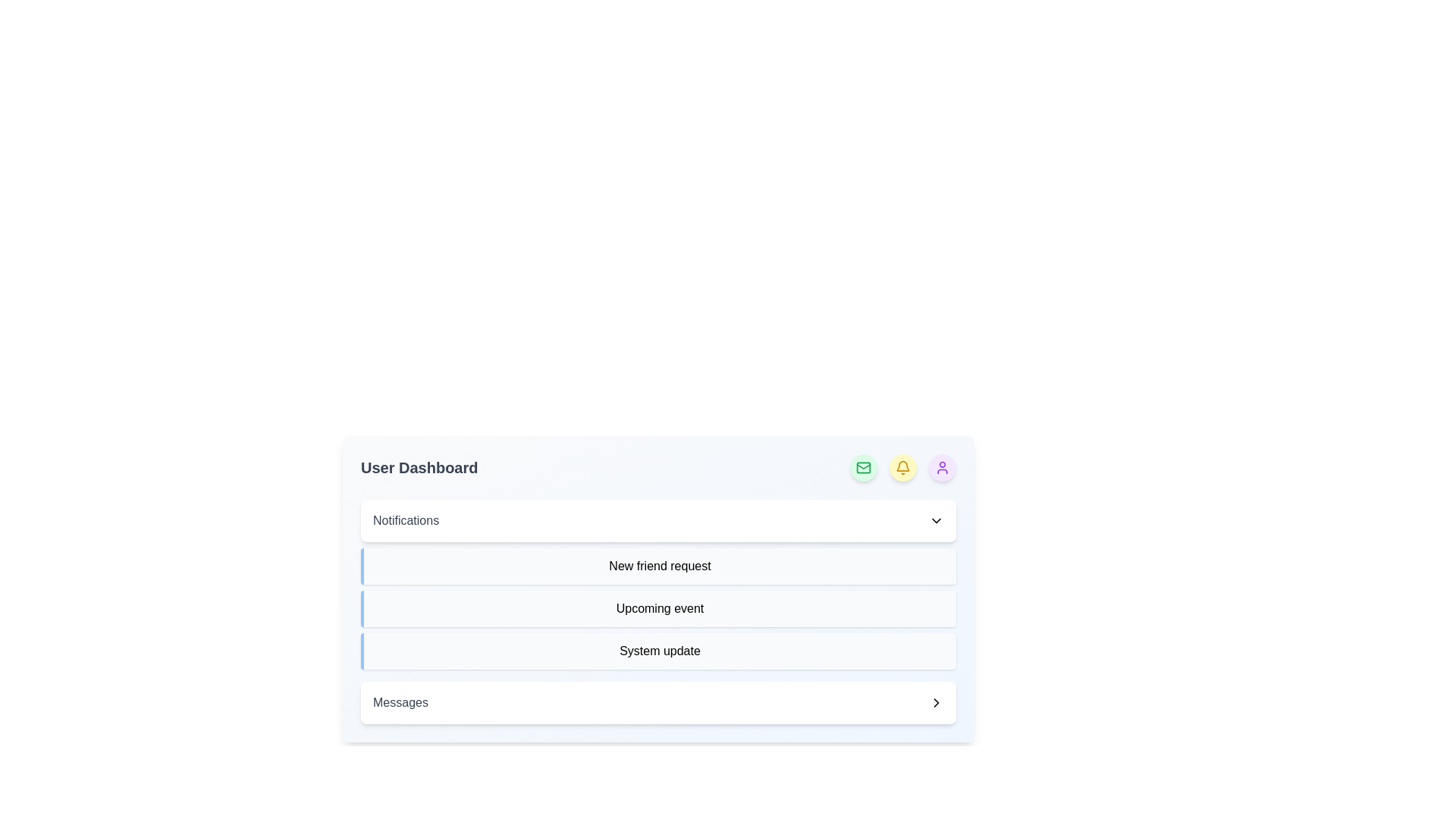 The image size is (1456, 819). What do you see at coordinates (902, 467) in the screenshot?
I see `the bell-shaped notification icon located in the top-right header of the interface` at bounding box center [902, 467].